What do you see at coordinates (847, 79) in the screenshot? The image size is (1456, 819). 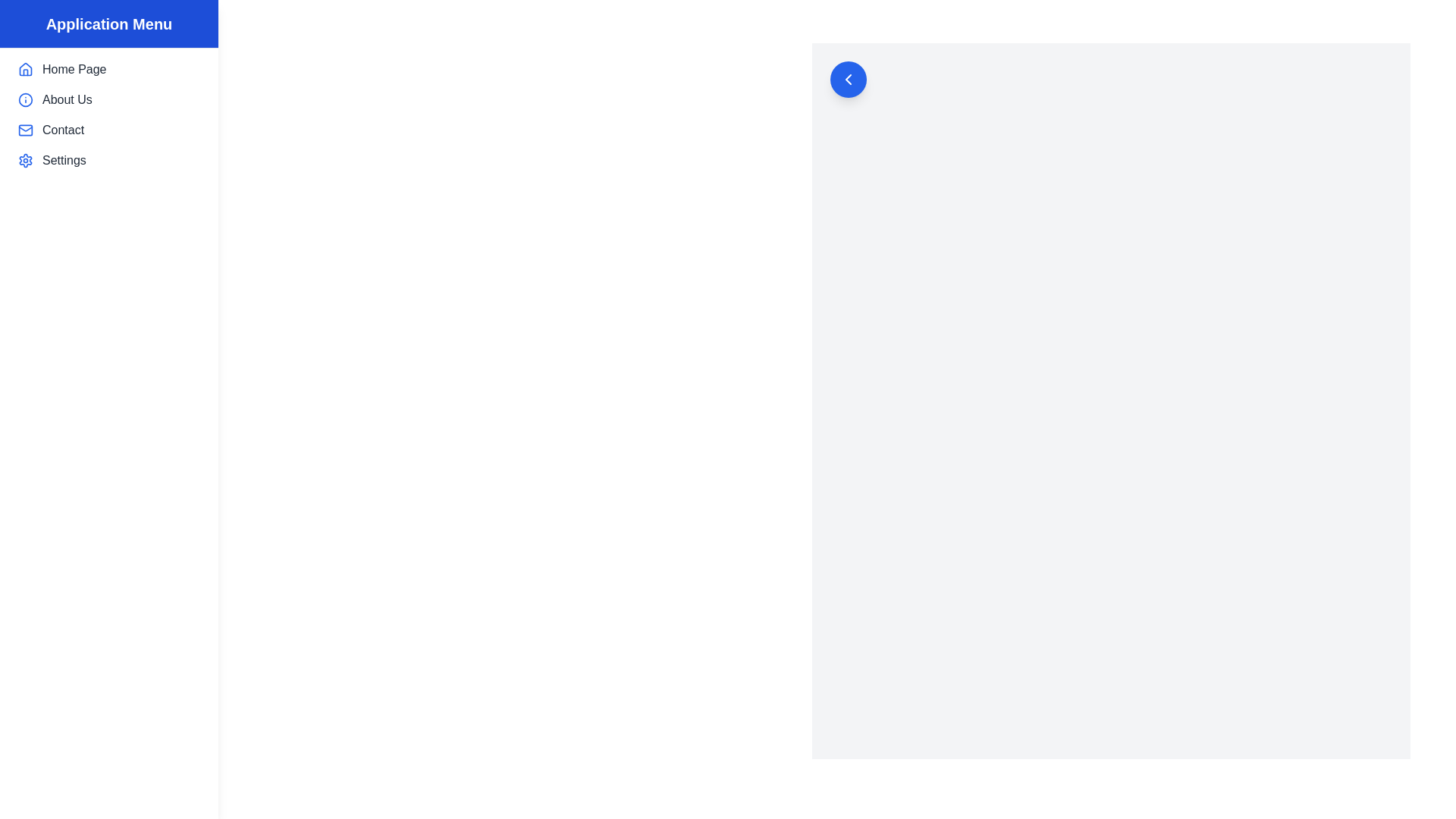 I see `the circular button with a blue background and a white left-facing chevron icon in the top-left corner` at bounding box center [847, 79].